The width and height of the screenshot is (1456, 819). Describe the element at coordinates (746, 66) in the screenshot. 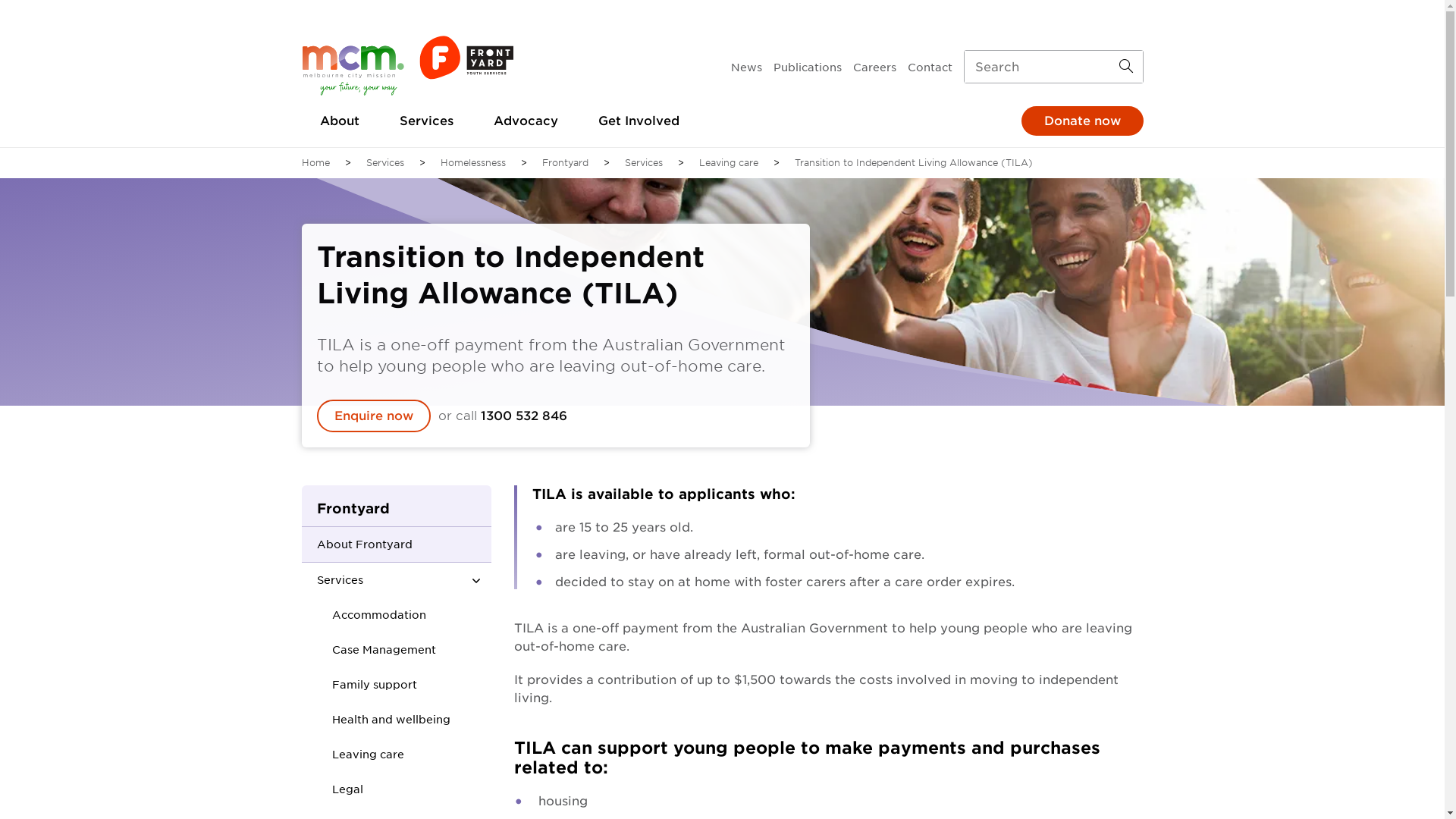

I see `'News'` at that location.